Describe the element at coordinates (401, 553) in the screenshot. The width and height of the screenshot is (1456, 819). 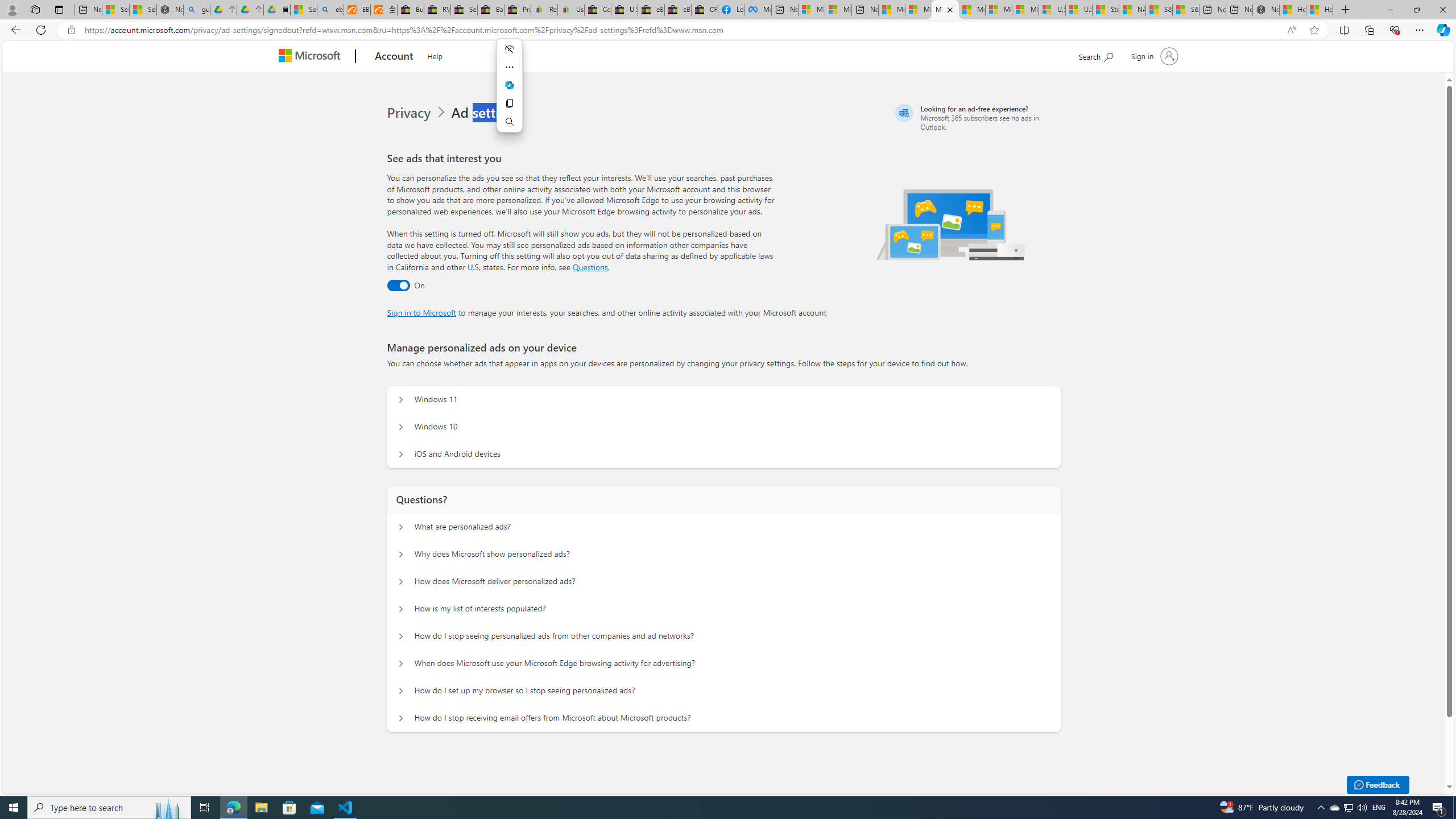
I see `'Questions? Why does Microsoft show personalized ads?'` at that location.